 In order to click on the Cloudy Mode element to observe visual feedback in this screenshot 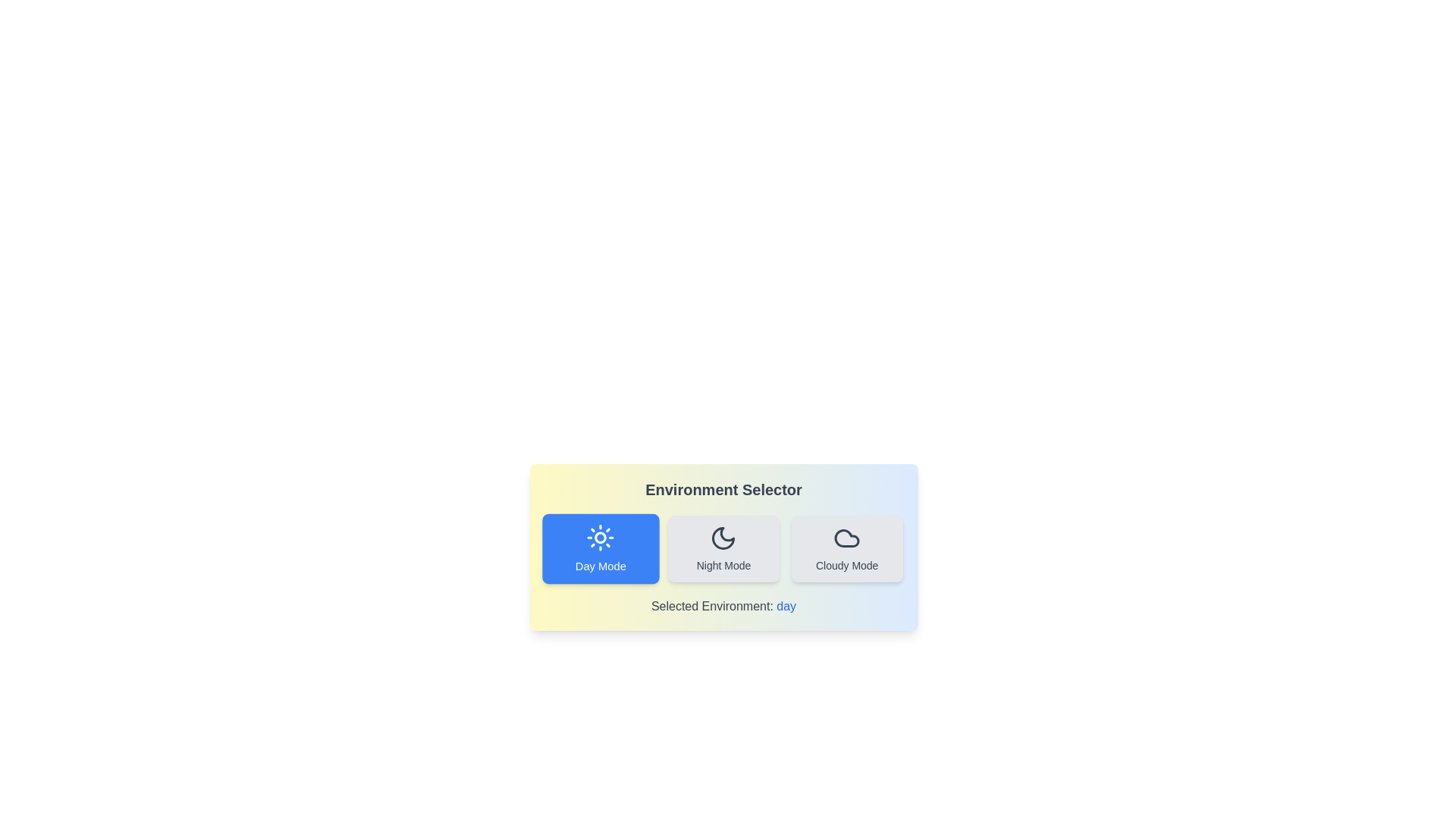, I will do `click(846, 549)`.